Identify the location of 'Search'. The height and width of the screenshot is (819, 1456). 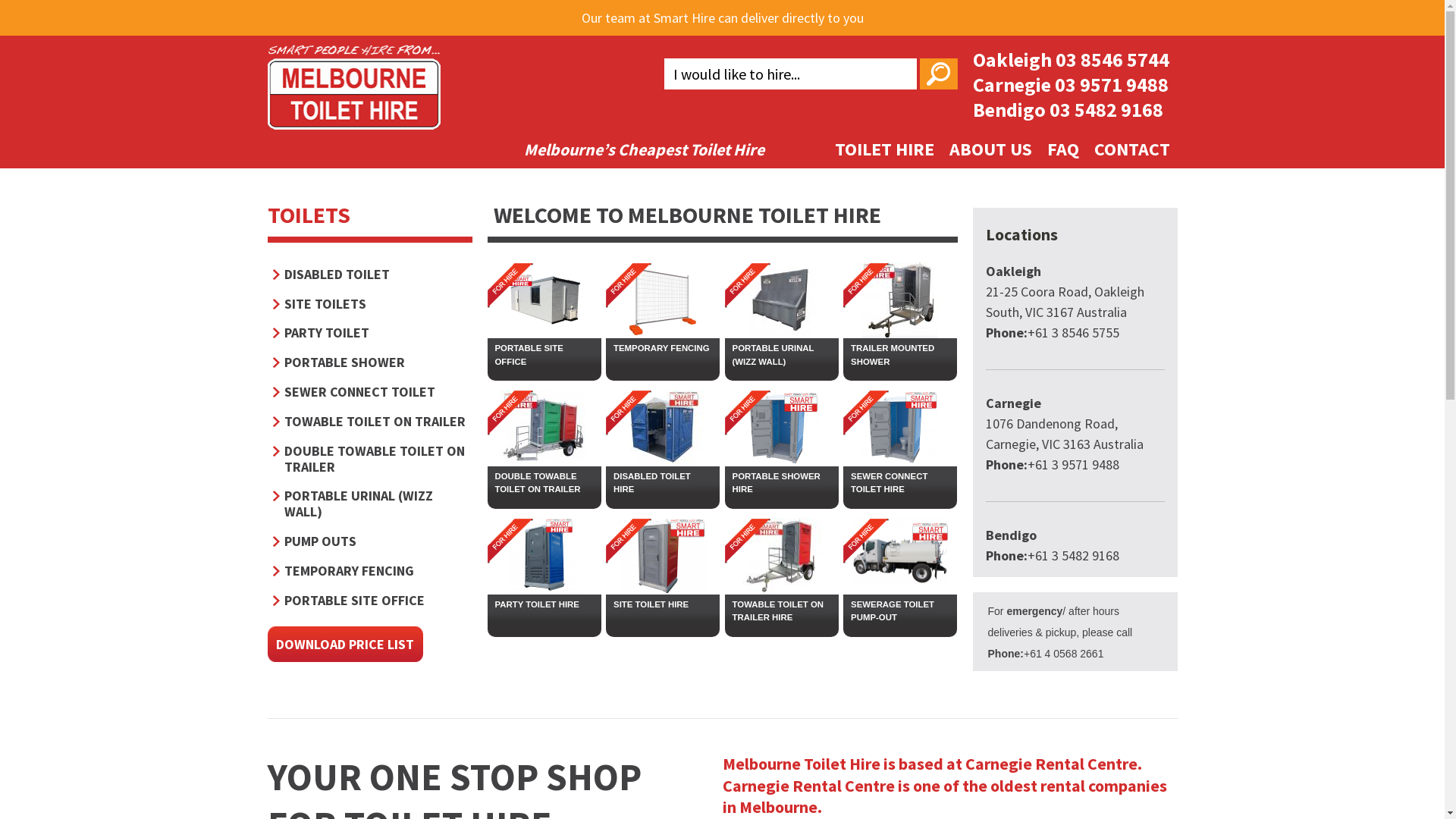
(937, 74).